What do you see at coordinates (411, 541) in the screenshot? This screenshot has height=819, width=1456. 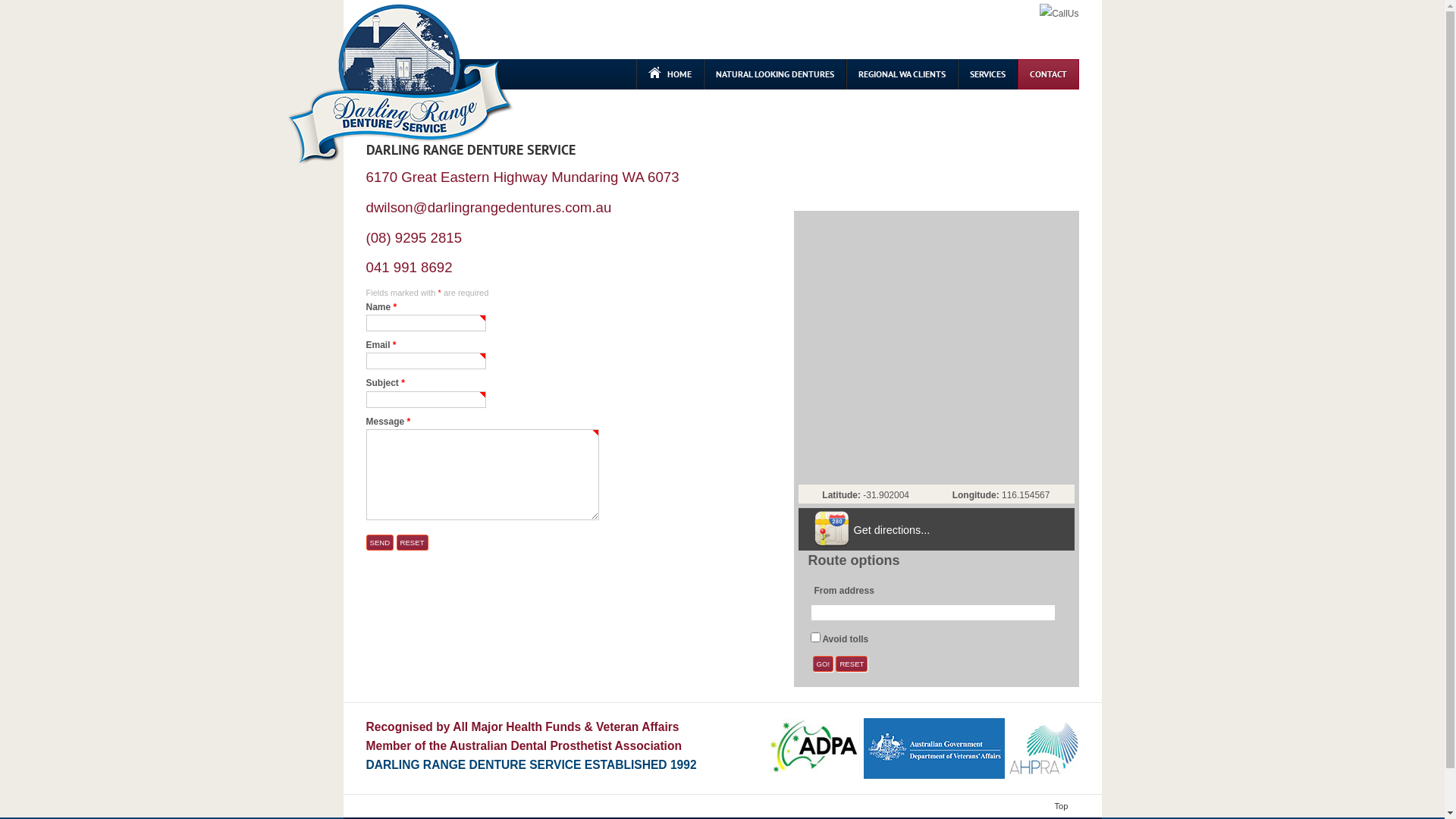 I see `'RESET'` at bounding box center [411, 541].